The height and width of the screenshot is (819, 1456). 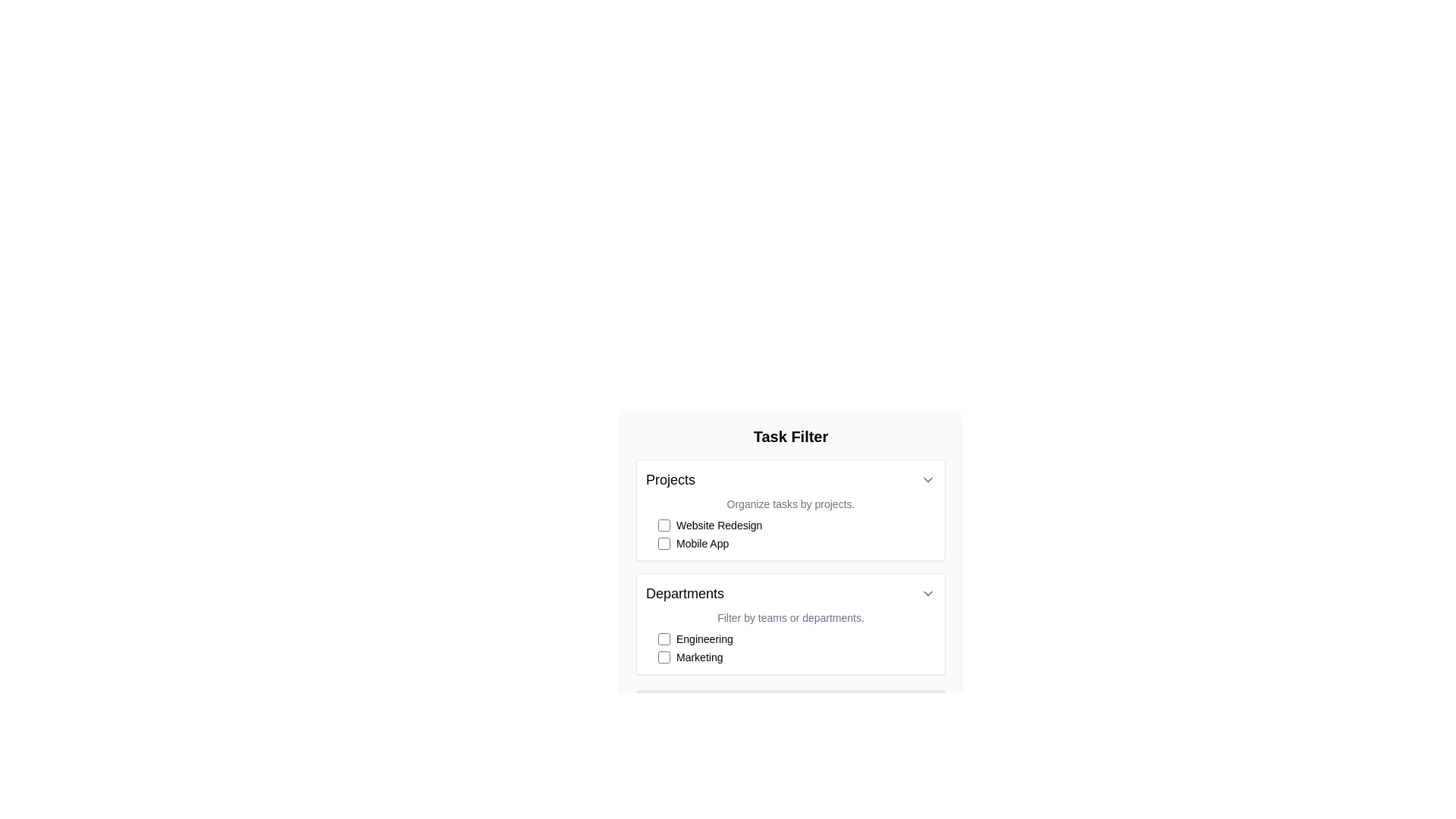 What do you see at coordinates (718, 525) in the screenshot?
I see `the text label that reads 'Website Redesign', which is styled in a small, clean font and is located directly to the right of a checkbox in the 'Projects' section` at bounding box center [718, 525].